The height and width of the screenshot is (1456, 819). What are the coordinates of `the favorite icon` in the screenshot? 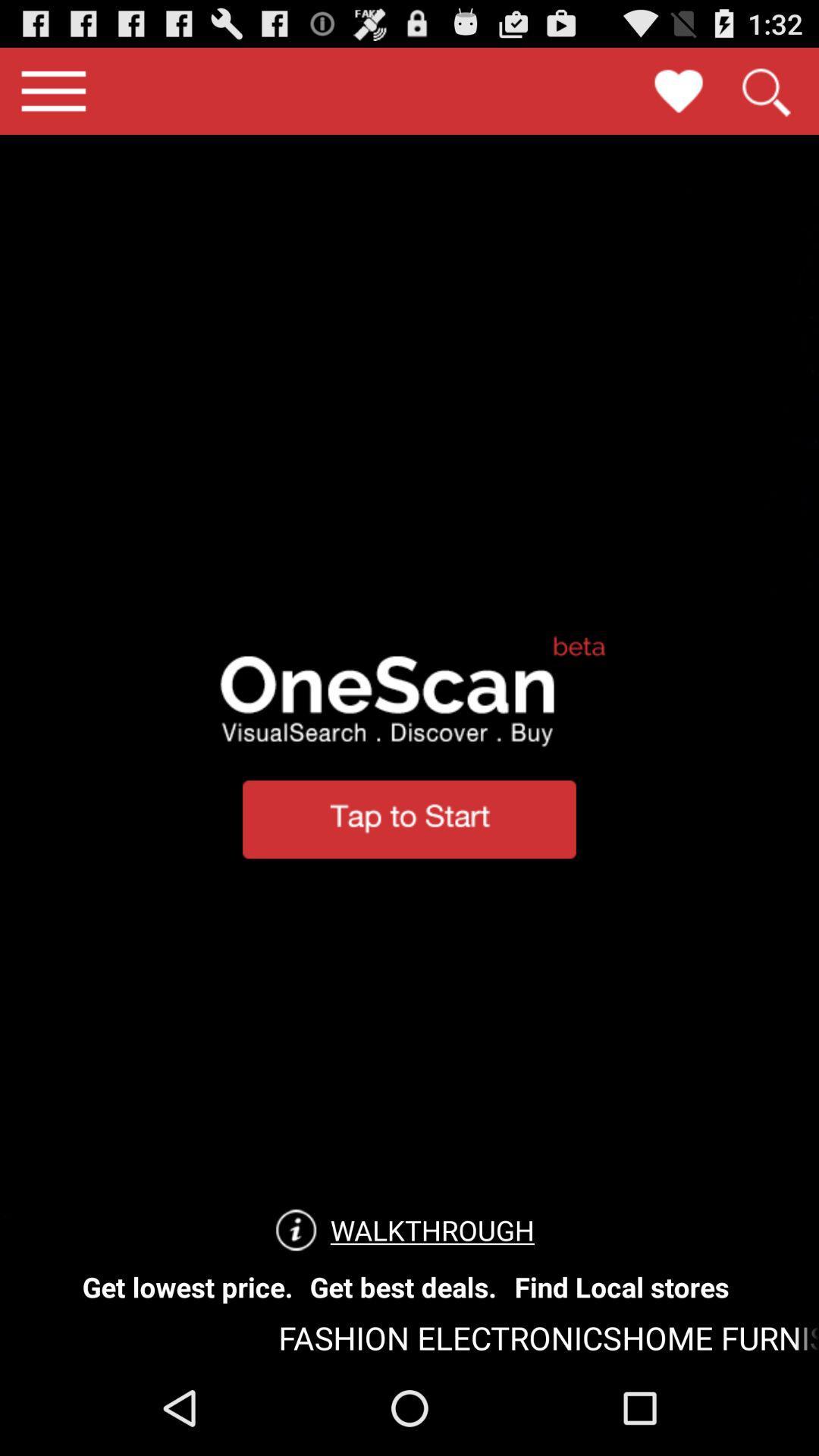 It's located at (678, 96).